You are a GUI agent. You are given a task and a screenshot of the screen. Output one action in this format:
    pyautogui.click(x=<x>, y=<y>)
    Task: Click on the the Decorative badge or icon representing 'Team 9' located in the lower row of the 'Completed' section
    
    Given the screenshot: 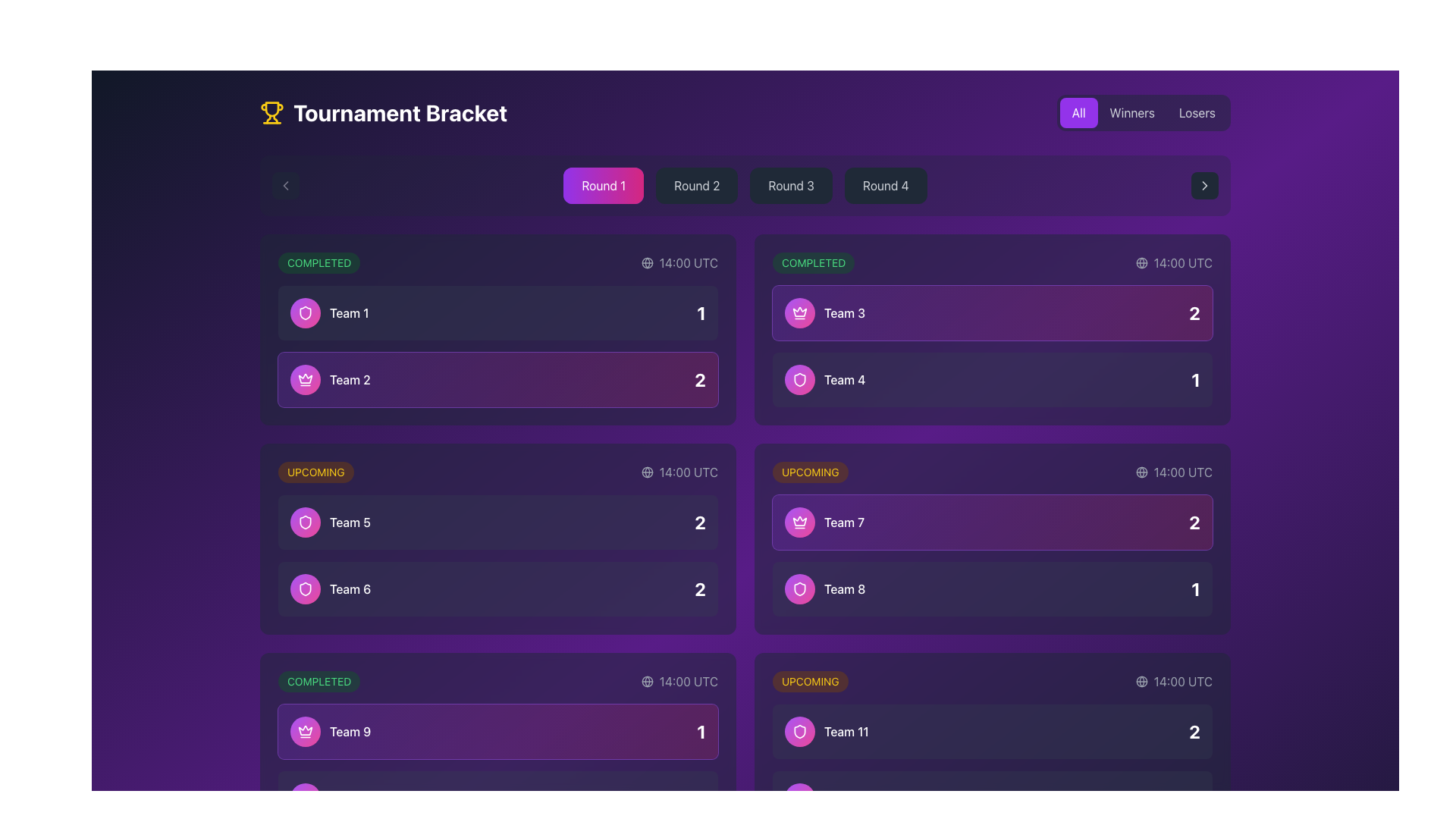 What is the action you would take?
    pyautogui.click(x=305, y=730)
    